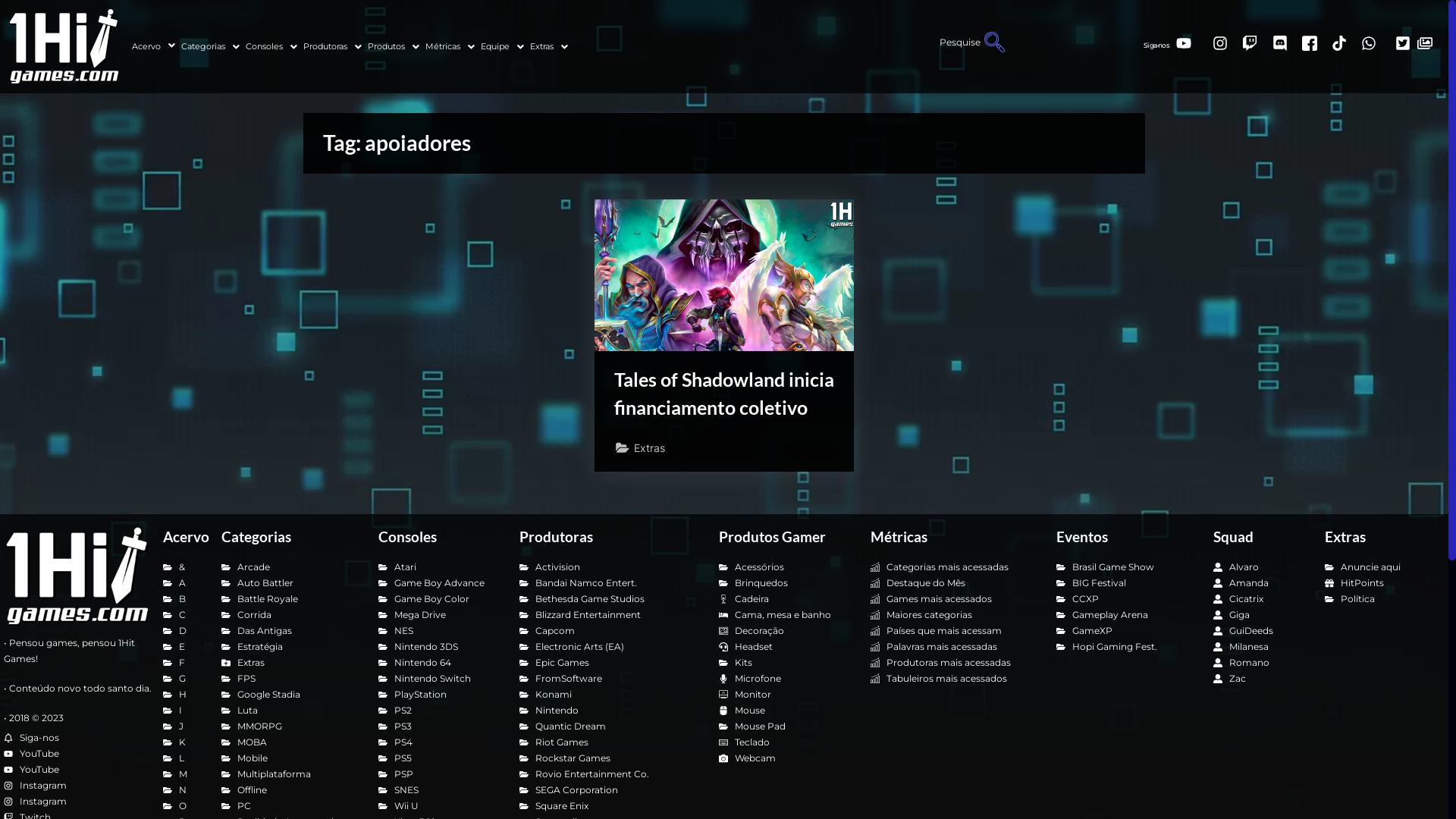 Image resolution: width=1456 pixels, height=819 pixels. What do you see at coordinates (611, 630) in the screenshot?
I see `'Capcom'` at bounding box center [611, 630].